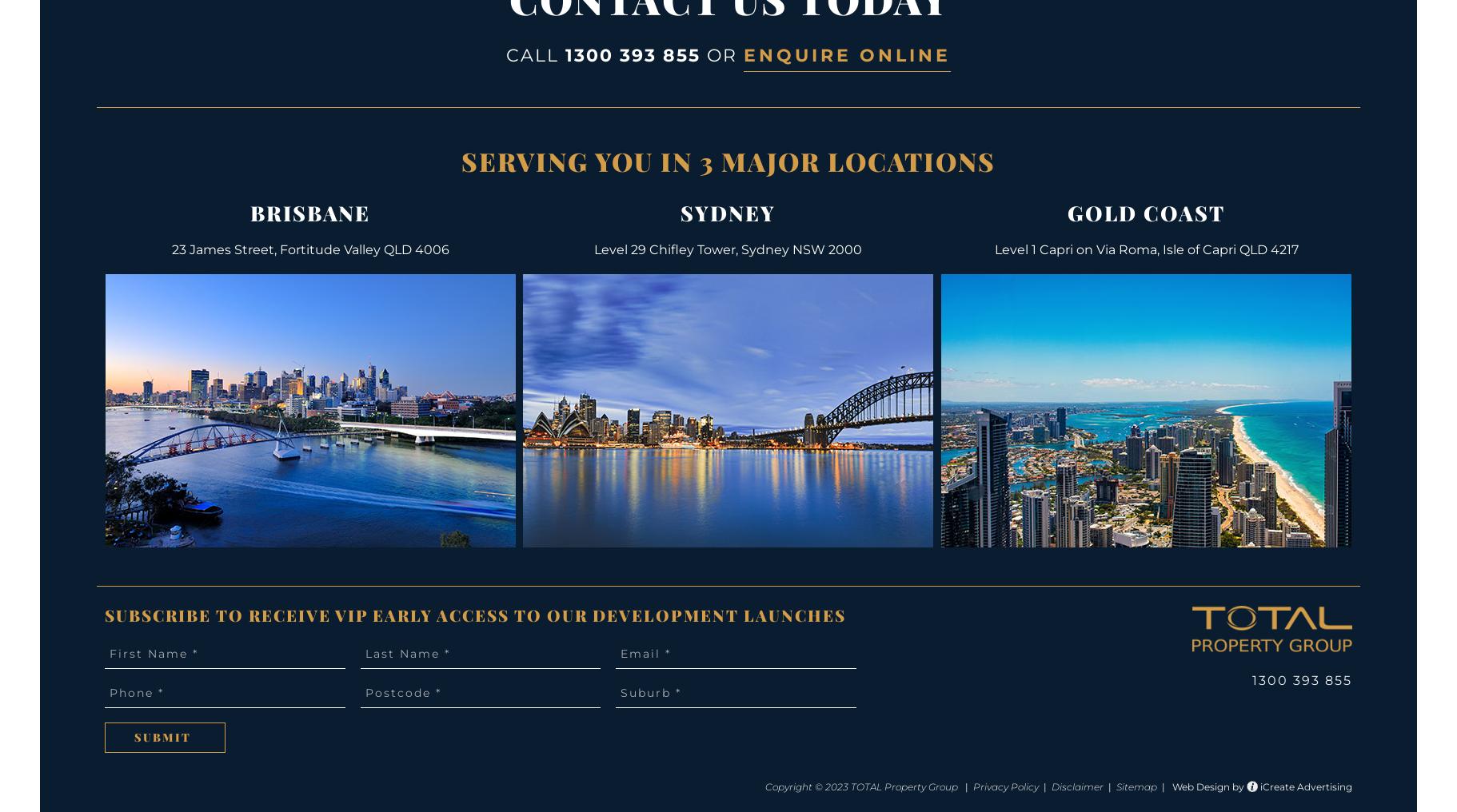 The width and height of the screenshot is (1457, 812). What do you see at coordinates (162, 736) in the screenshot?
I see `'Submit'` at bounding box center [162, 736].